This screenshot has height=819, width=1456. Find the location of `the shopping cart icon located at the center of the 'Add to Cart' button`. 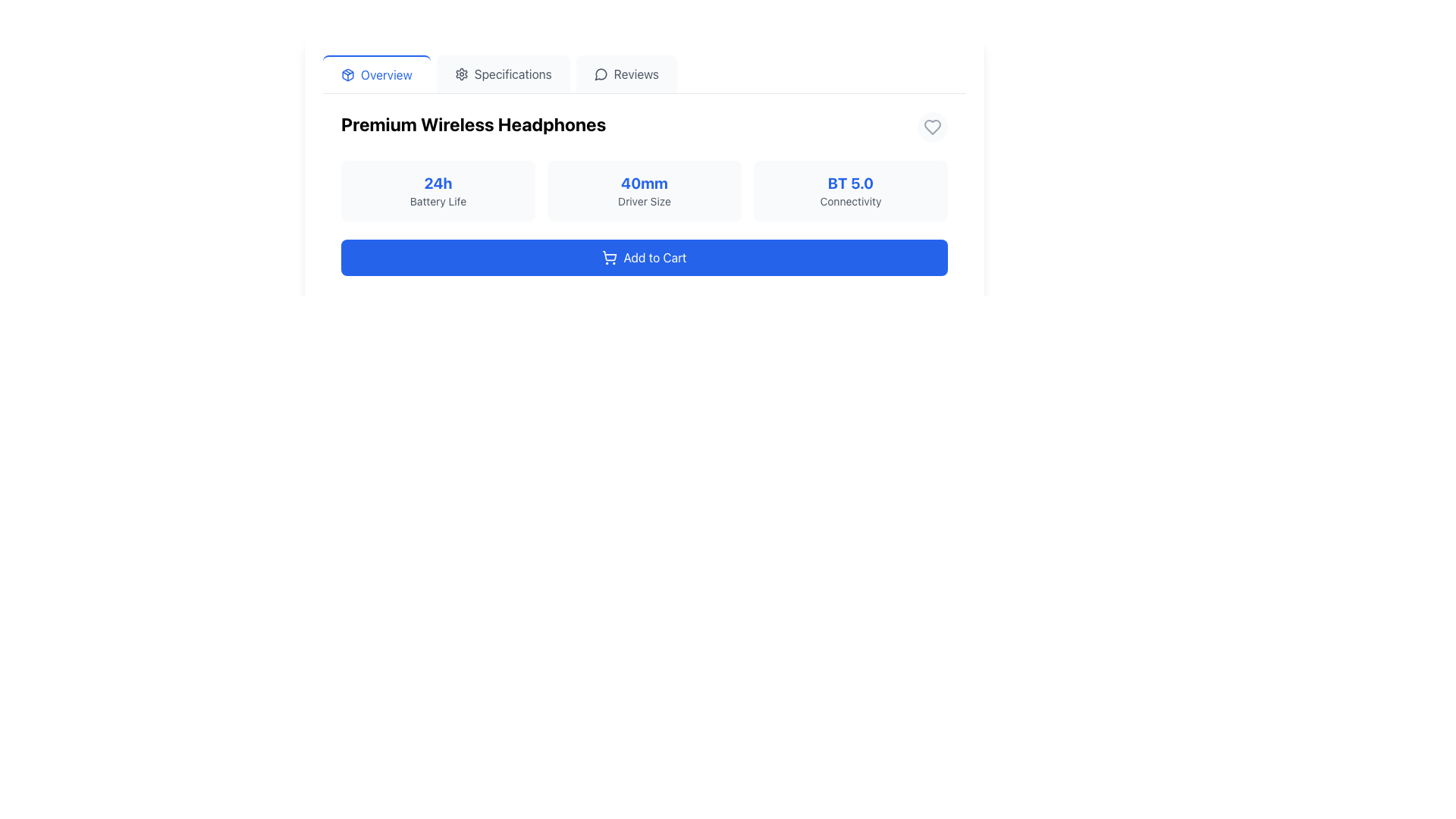

the shopping cart icon located at the center of the 'Add to Cart' button is located at coordinates (610, 255).